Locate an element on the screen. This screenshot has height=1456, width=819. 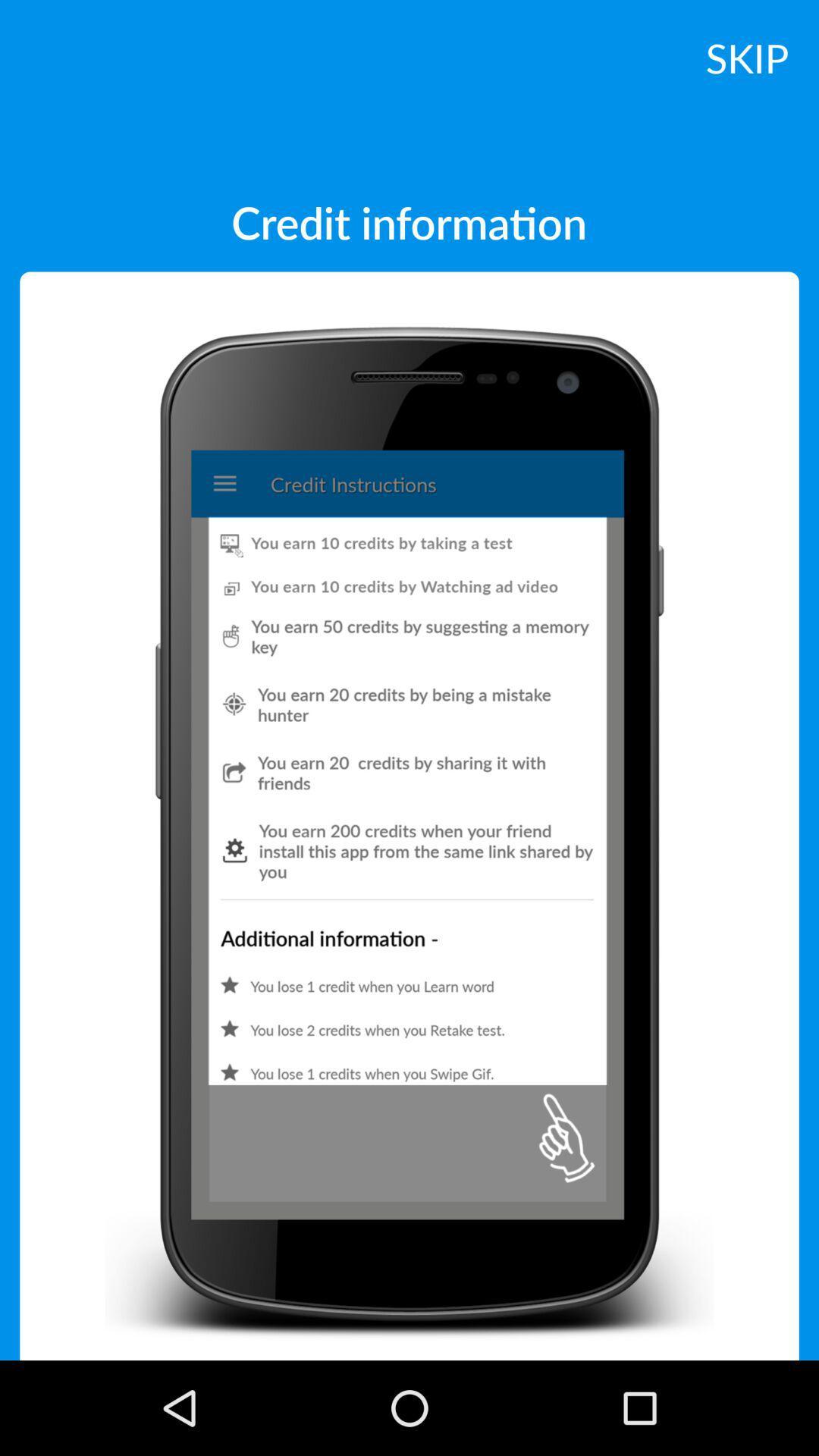
skip is located at coordinates (746, 57).